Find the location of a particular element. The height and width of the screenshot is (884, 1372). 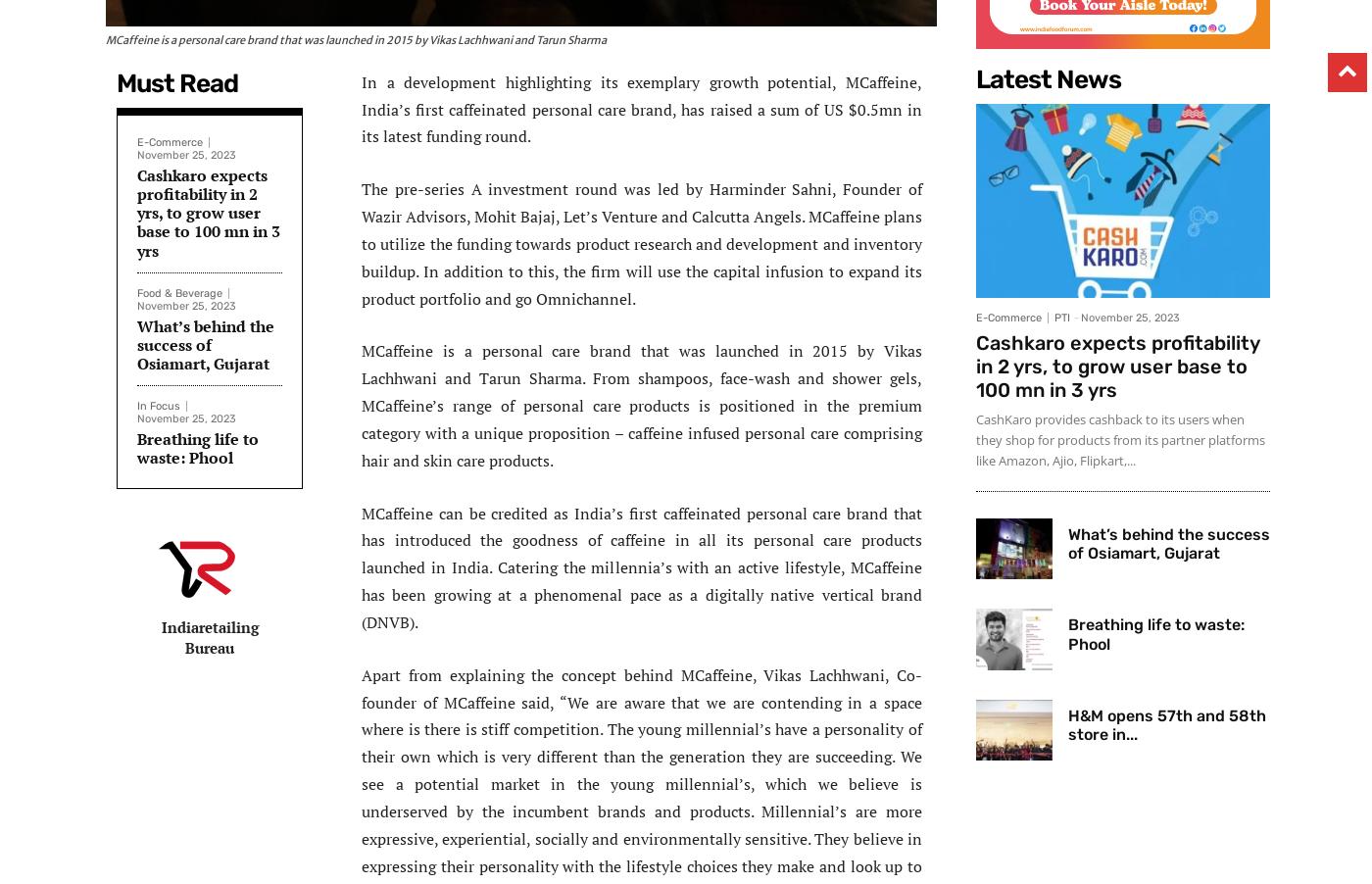

'In Focus' is located at coordinates (158, 406).